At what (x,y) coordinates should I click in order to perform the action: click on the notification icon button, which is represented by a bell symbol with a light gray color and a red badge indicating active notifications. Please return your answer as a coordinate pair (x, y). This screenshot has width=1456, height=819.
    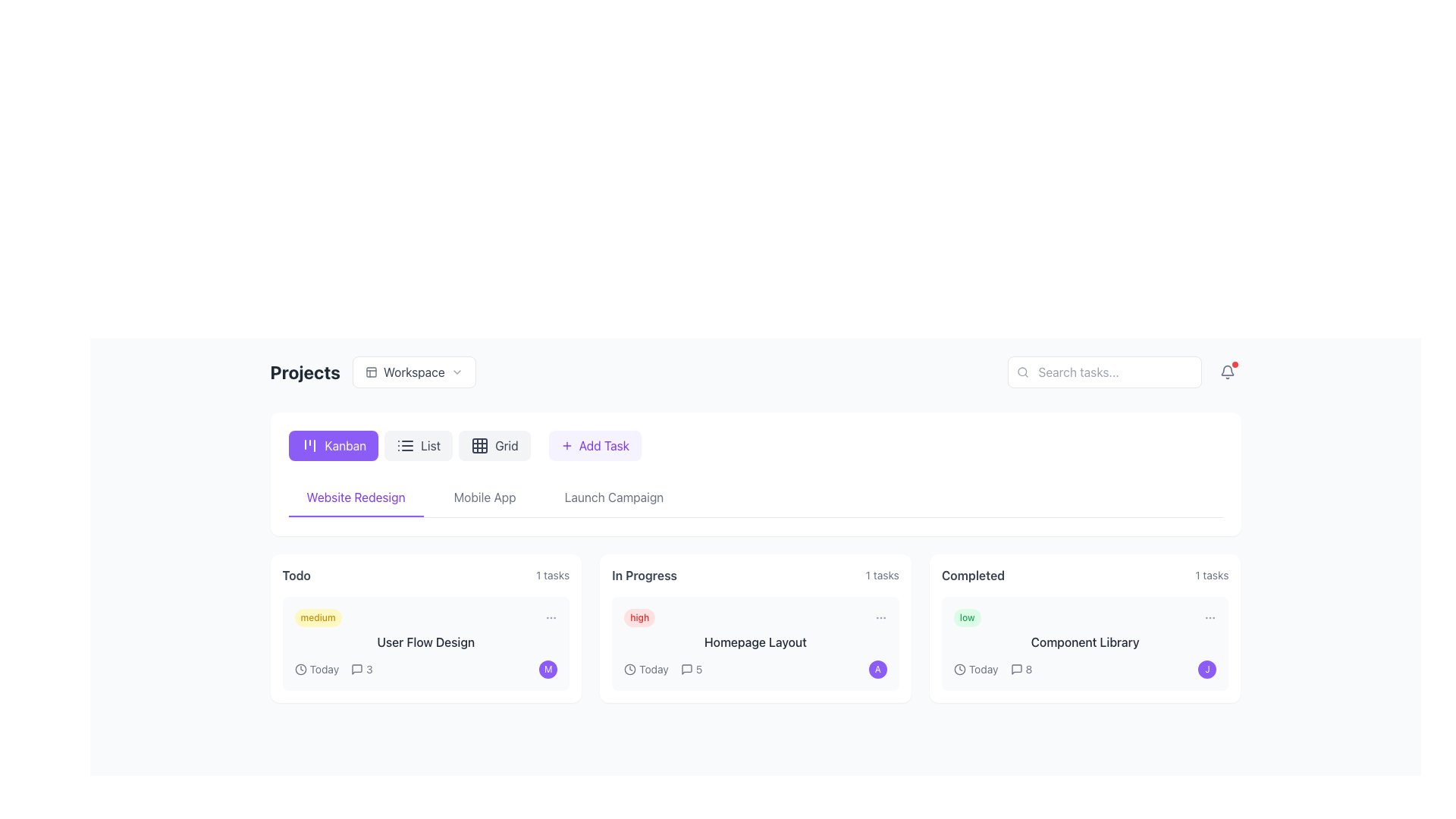
    Looking at the image, I should click on (1227, 372).